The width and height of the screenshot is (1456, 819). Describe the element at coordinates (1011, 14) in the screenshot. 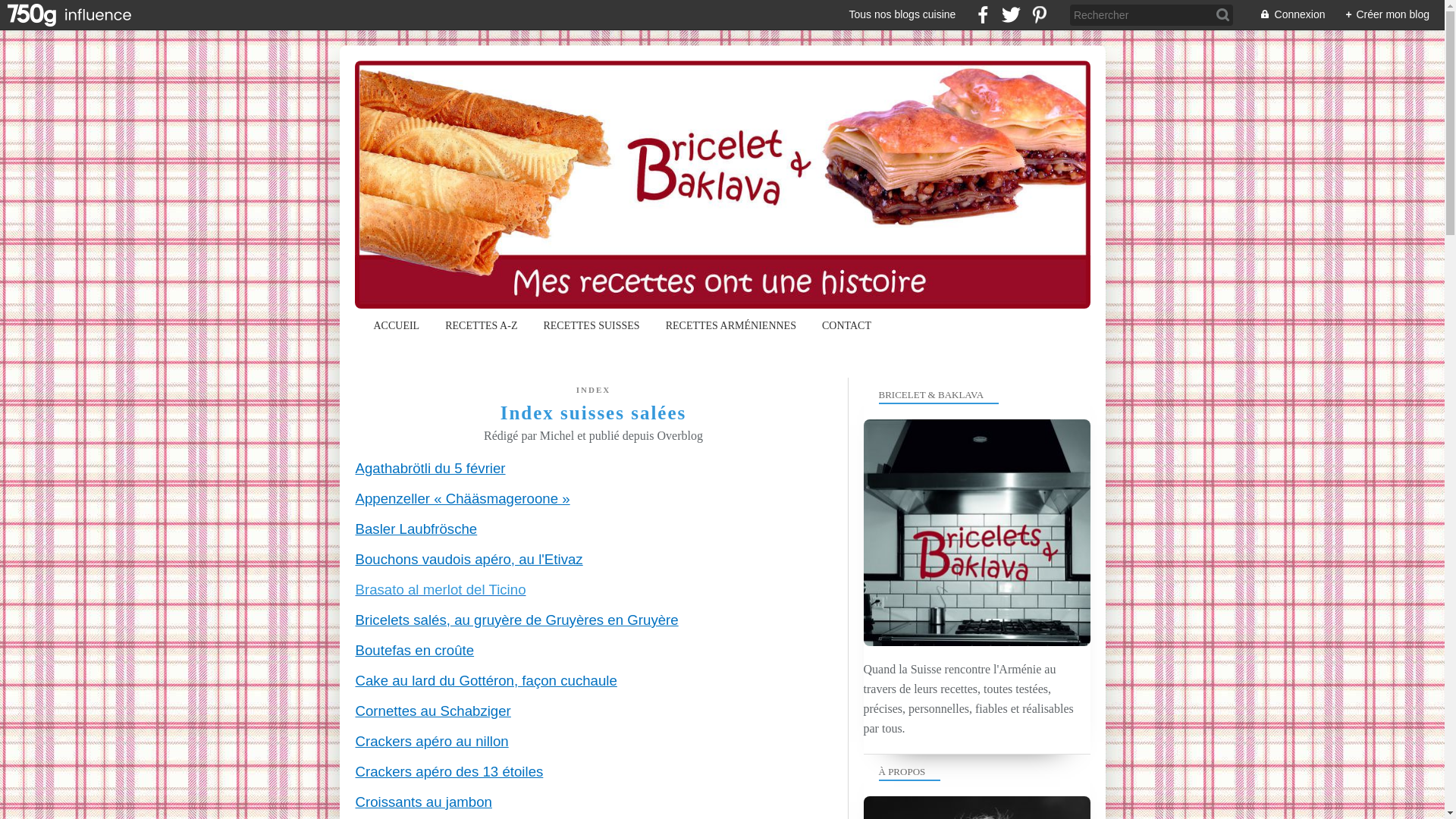

I see `' twitter'` at that location.